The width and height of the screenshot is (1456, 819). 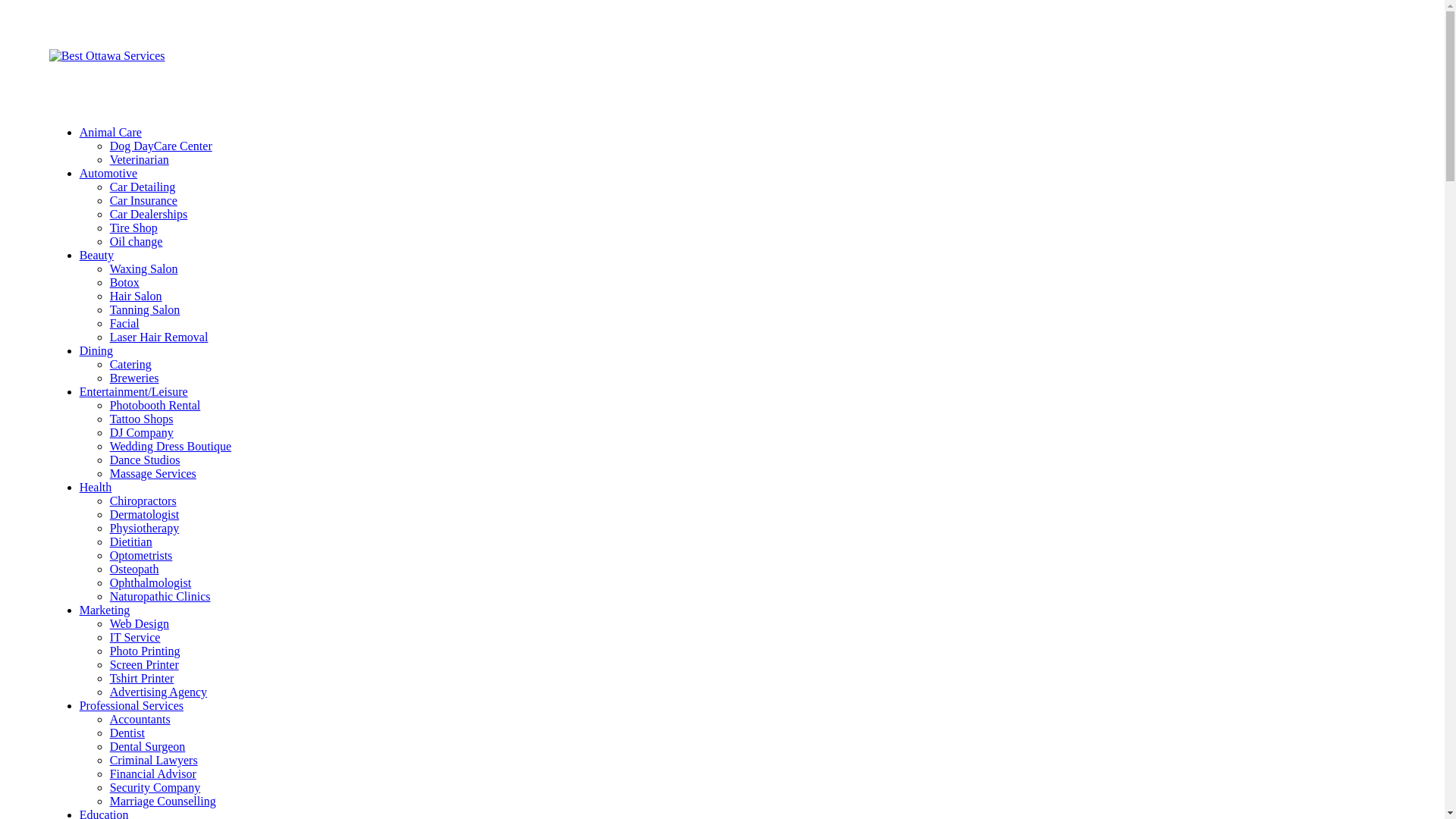 I want to click on 'Tire Shop', so click(x=133, y=227).